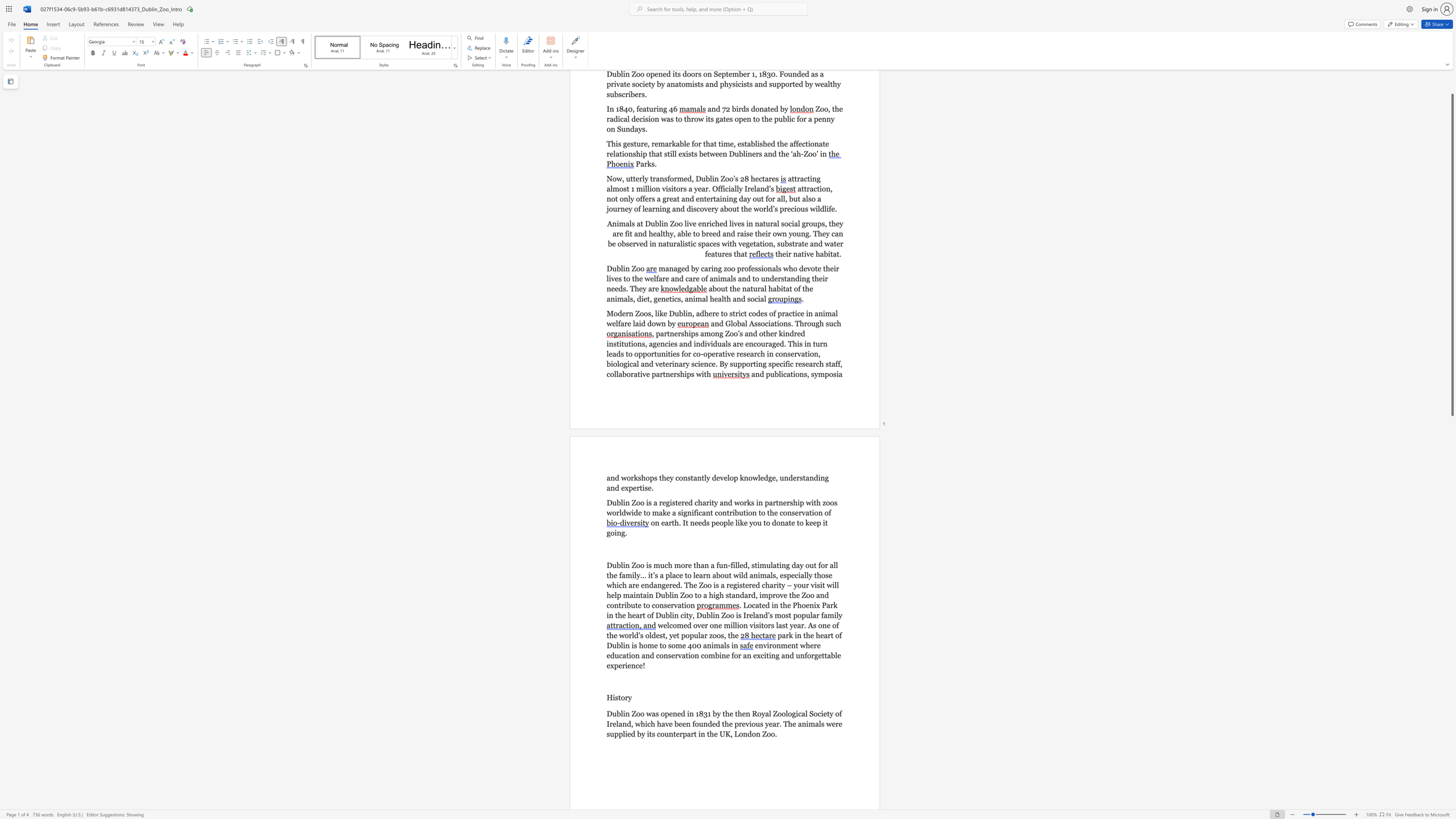  Describe the element at coordinates (708, 84) in the screenshot. I see `the subset text "nd physicists and suppor" within the text "Dublin Zoo opened its doors on September 1, 1830. Founded as a private society by anatomists and physicists and supported by wealthy subscribers."` at that location.